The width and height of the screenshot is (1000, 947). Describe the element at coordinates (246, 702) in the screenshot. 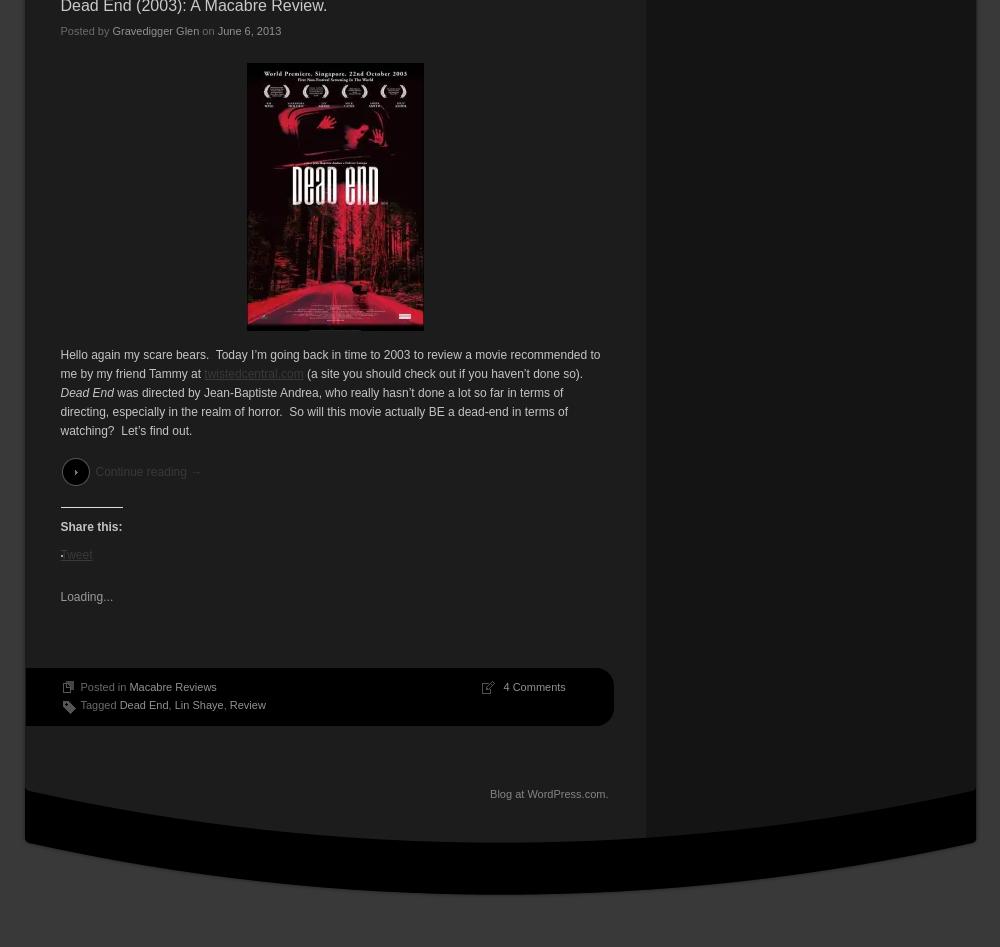

I see `'Review'` at that location.